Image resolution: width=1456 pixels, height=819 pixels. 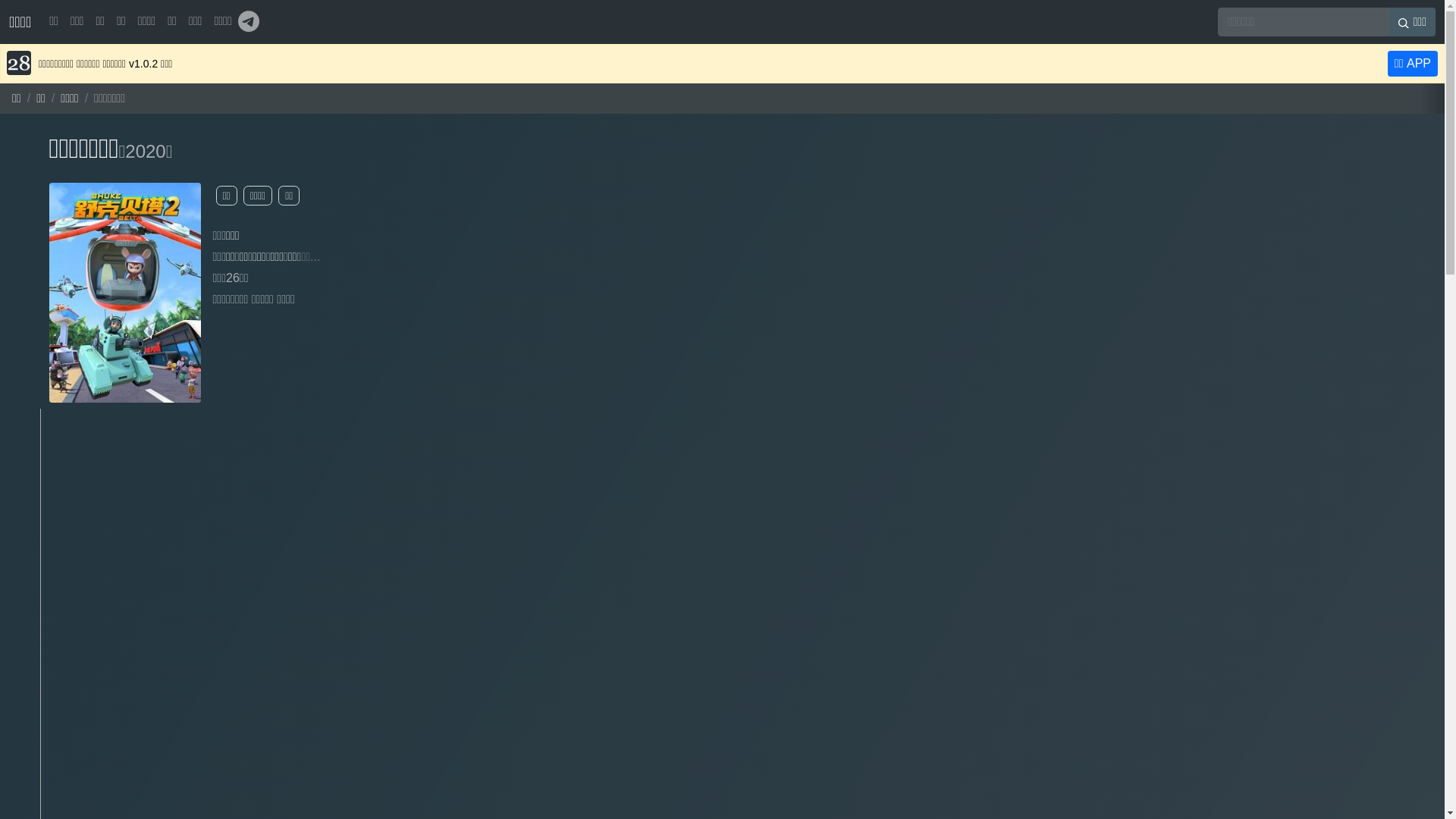 I want to click on '2020', so click(x=145, y=151).